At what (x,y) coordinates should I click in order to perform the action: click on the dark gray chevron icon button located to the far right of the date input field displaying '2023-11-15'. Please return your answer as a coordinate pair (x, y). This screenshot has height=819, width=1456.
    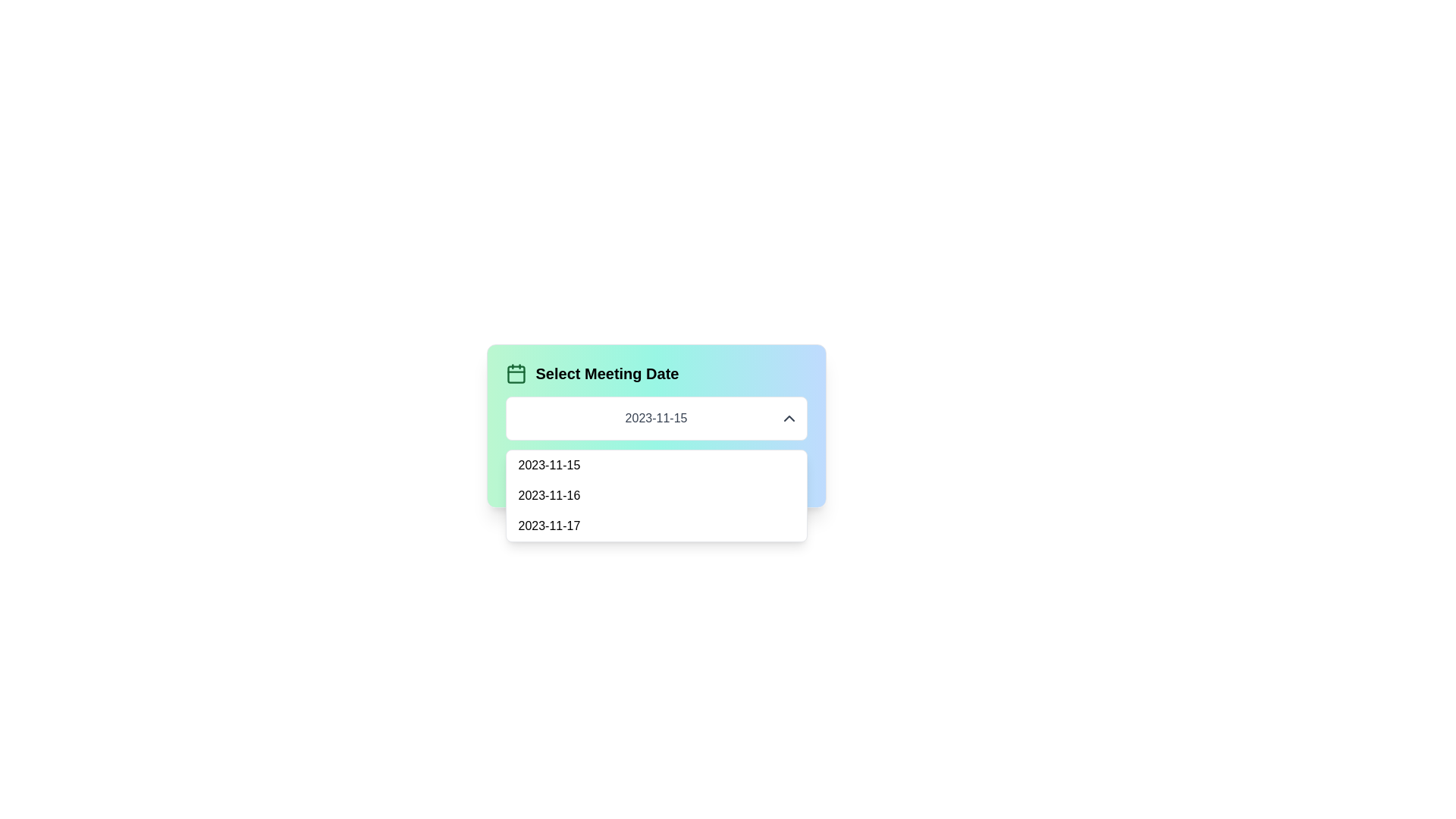
    Looking at the image, I should click on (789, 418).